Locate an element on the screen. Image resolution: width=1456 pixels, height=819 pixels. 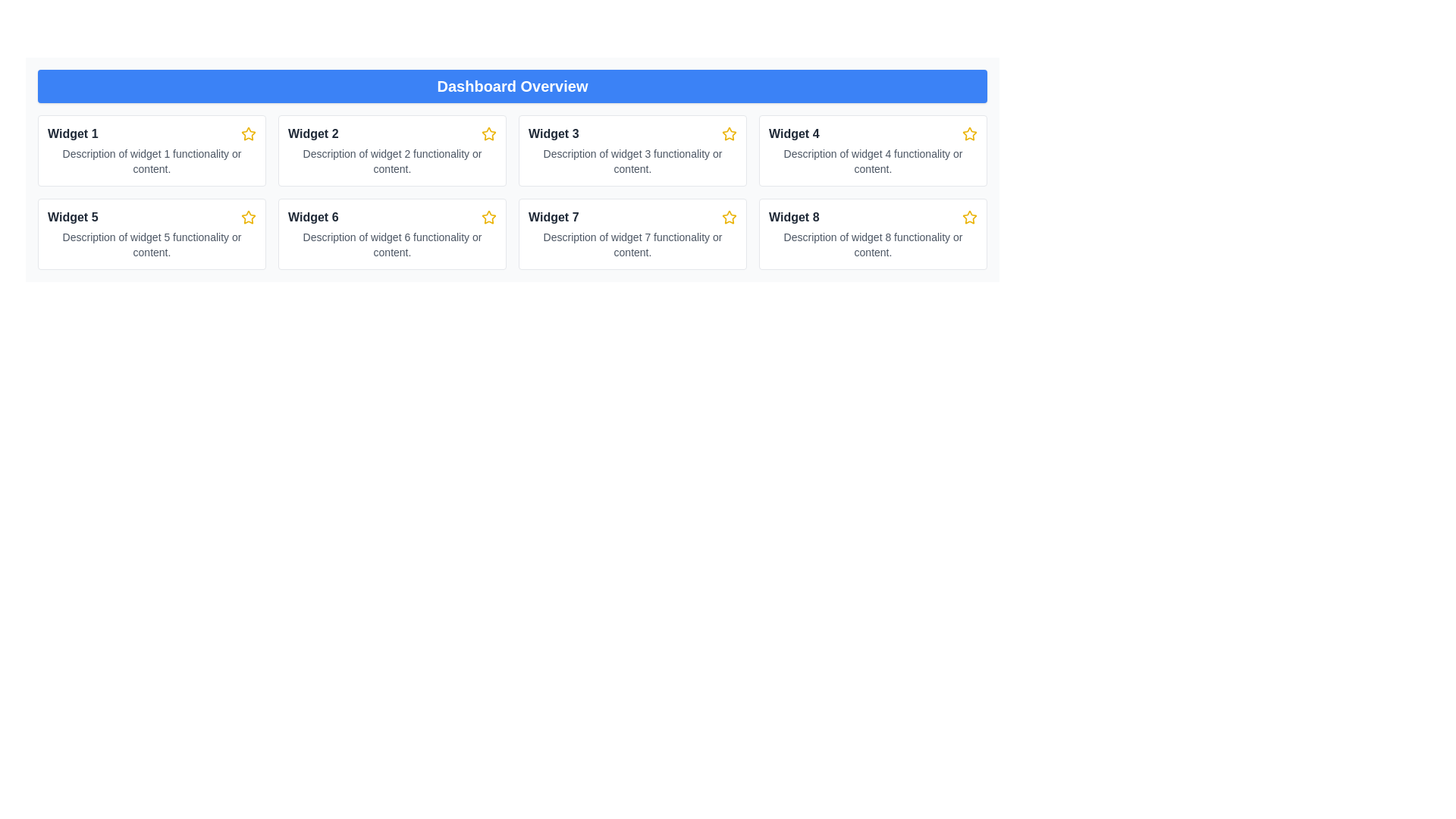
the sixth star icon located above the 'Widget 6' label to mark it as a favorite is located at coordinates (488, 217).